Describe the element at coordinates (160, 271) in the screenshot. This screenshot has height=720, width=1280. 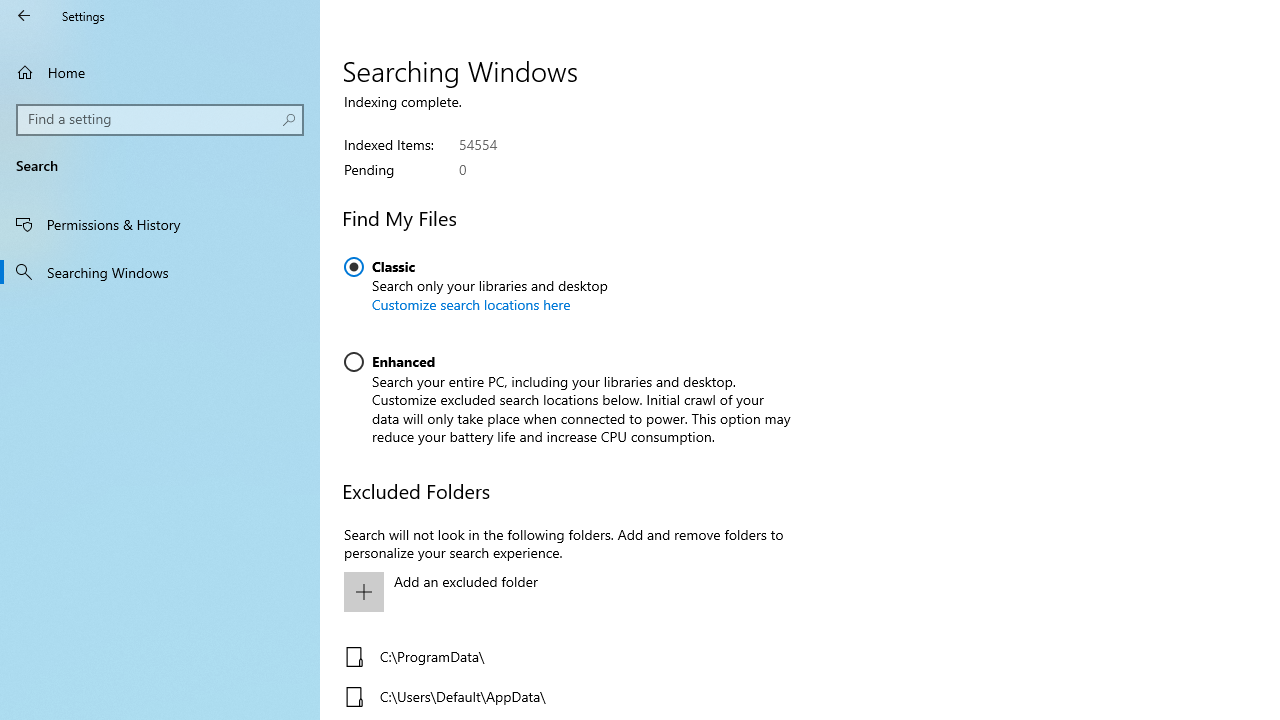
I see `'Searching Windows'` at that location.